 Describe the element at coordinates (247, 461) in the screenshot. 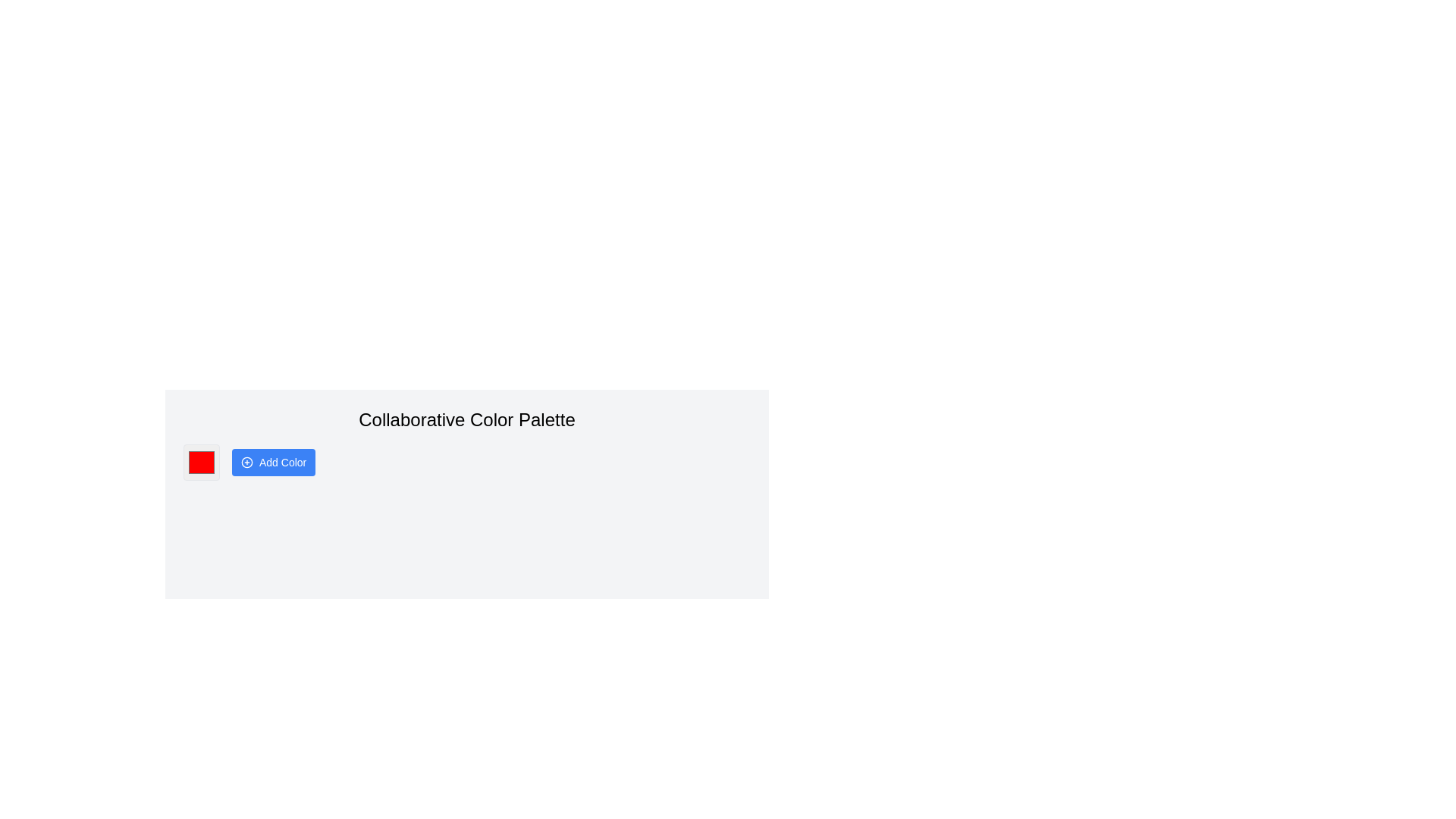

I see `the circular icon located to the immediate left of the 'Add Color' text label within the blue-colored button in the lower-left region of the interface` at that location.